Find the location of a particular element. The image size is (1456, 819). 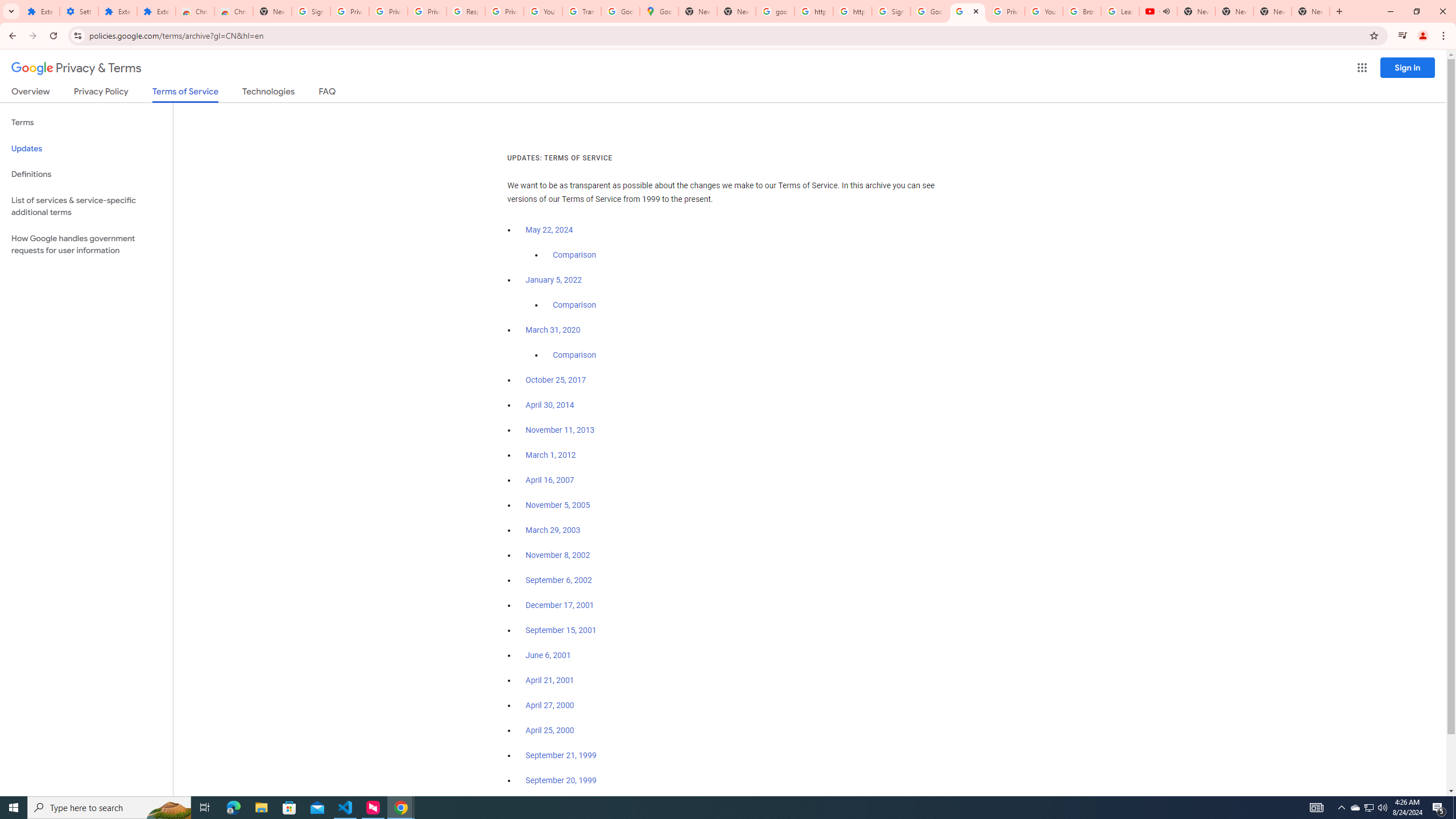

'April 25, 2000' is located at coordinates (549, 729).